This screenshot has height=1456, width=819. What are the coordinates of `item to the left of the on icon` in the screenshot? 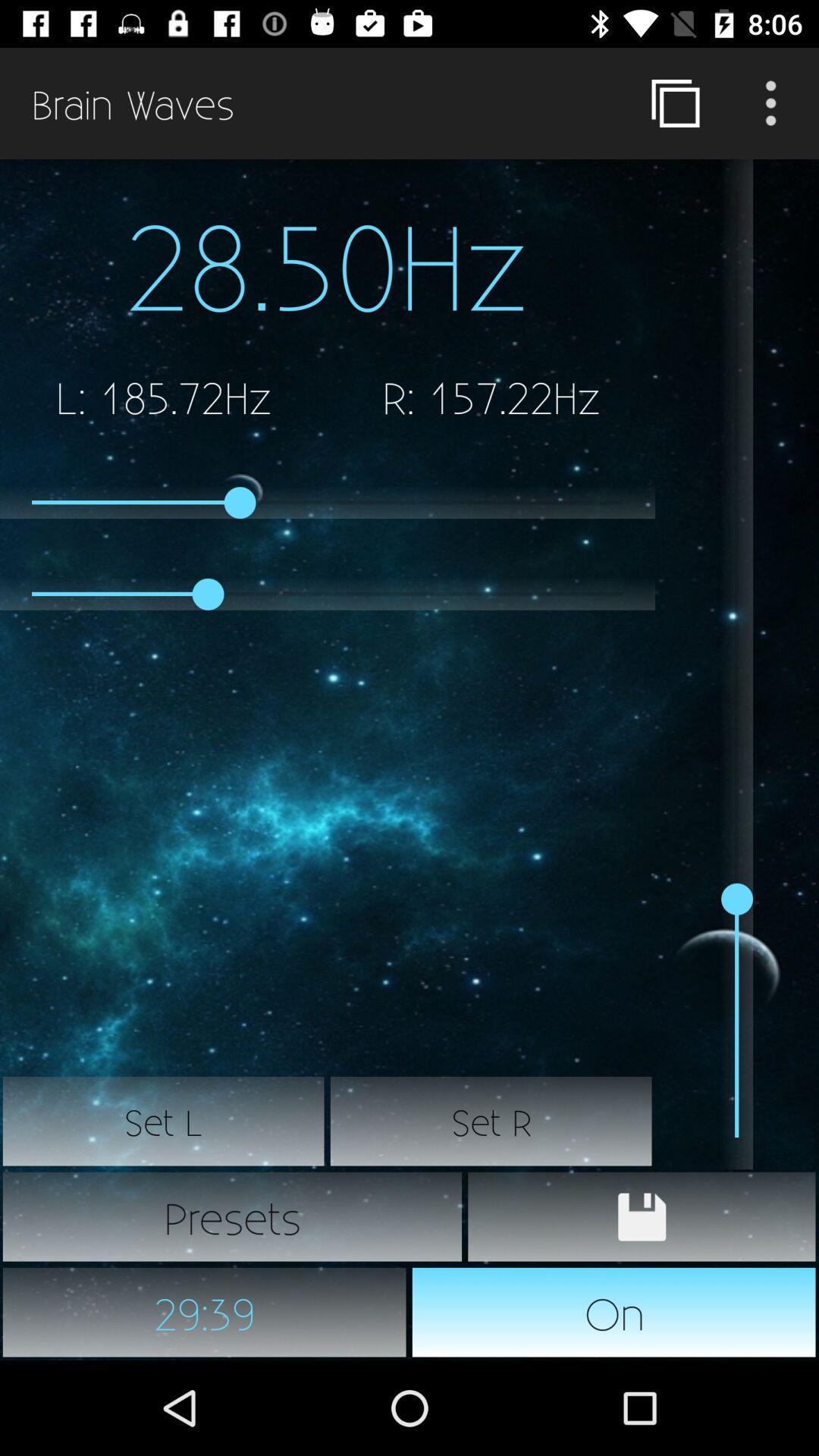 It's located at (205, 1312).